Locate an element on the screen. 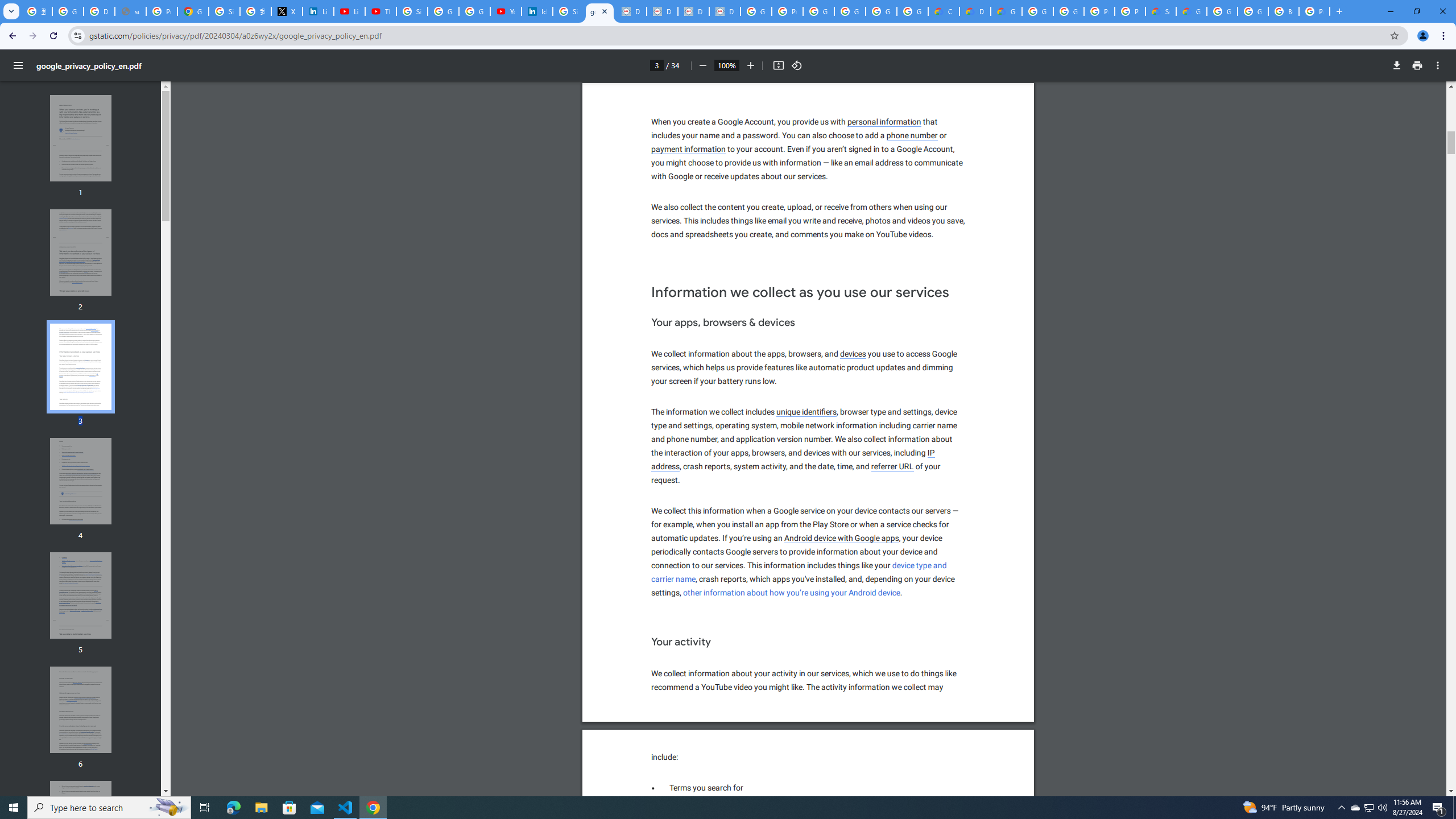 The width and height of the screenshot is (1456, 819). 'unique identifiers' is located at coordinates (806, 412).